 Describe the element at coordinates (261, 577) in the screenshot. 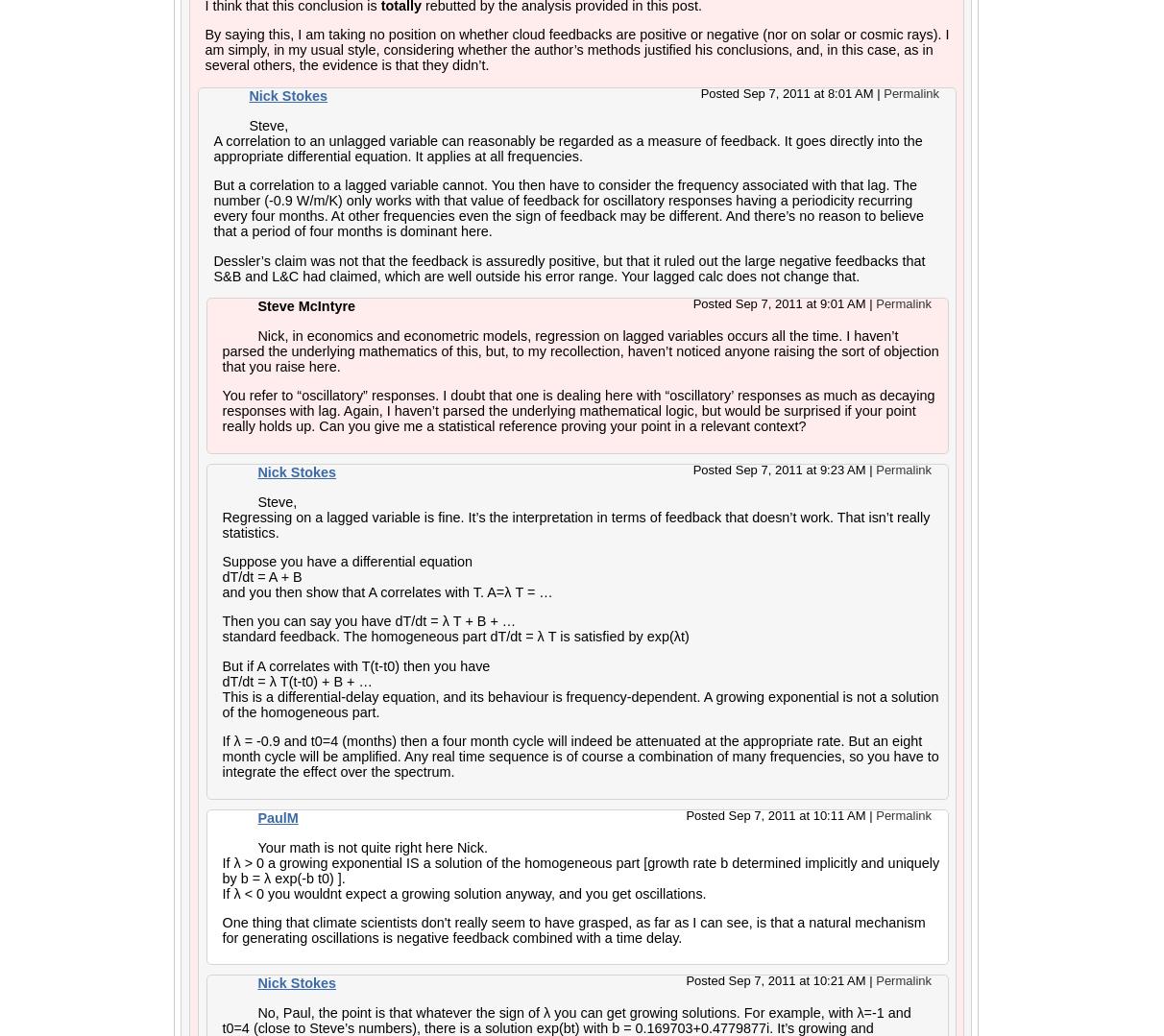

I see `'dT/dt = A + B'` at that location.